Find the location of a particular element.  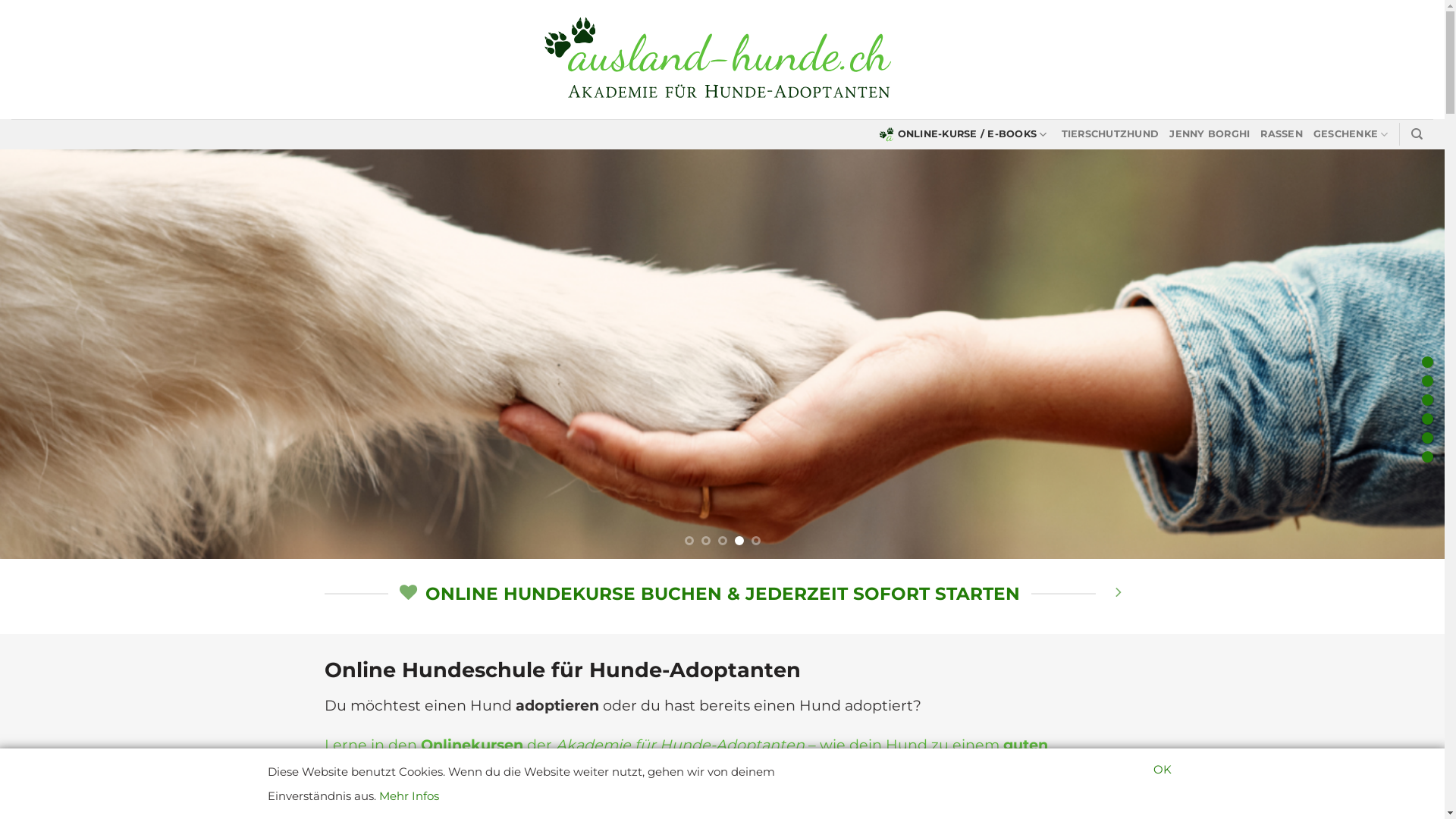

'ausland-hunde.ch - Die Ausland-Hund Akademie' is located at coordinates (720, 58).